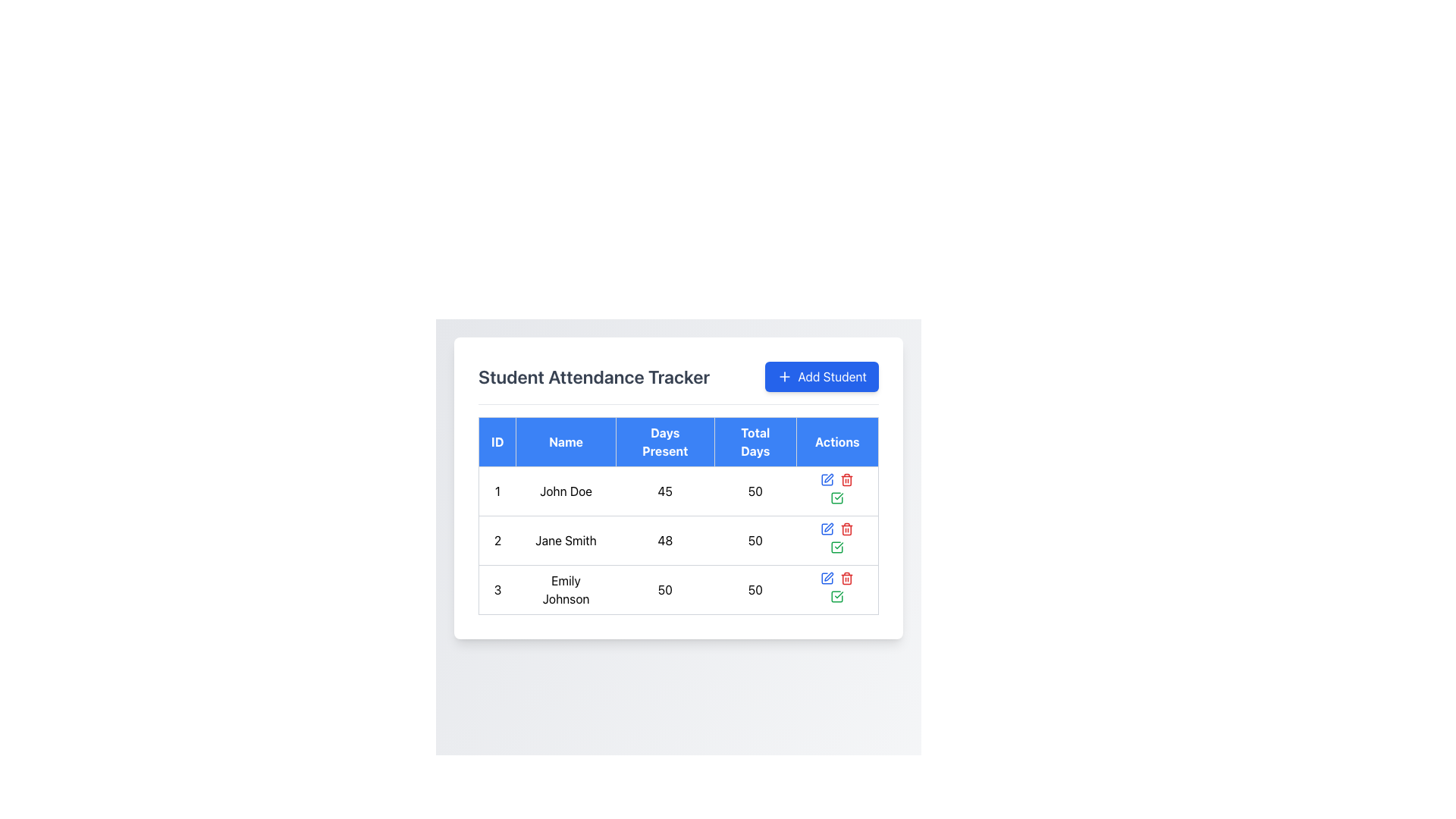 The width and height of the screenshot is (1456, 819). What do you see at coordinates (665, 540) in the screenshot?
I see `the 'Days Present' text display for 'Jane Smith' located in the second row of the table` at bounding box center [665, 540].